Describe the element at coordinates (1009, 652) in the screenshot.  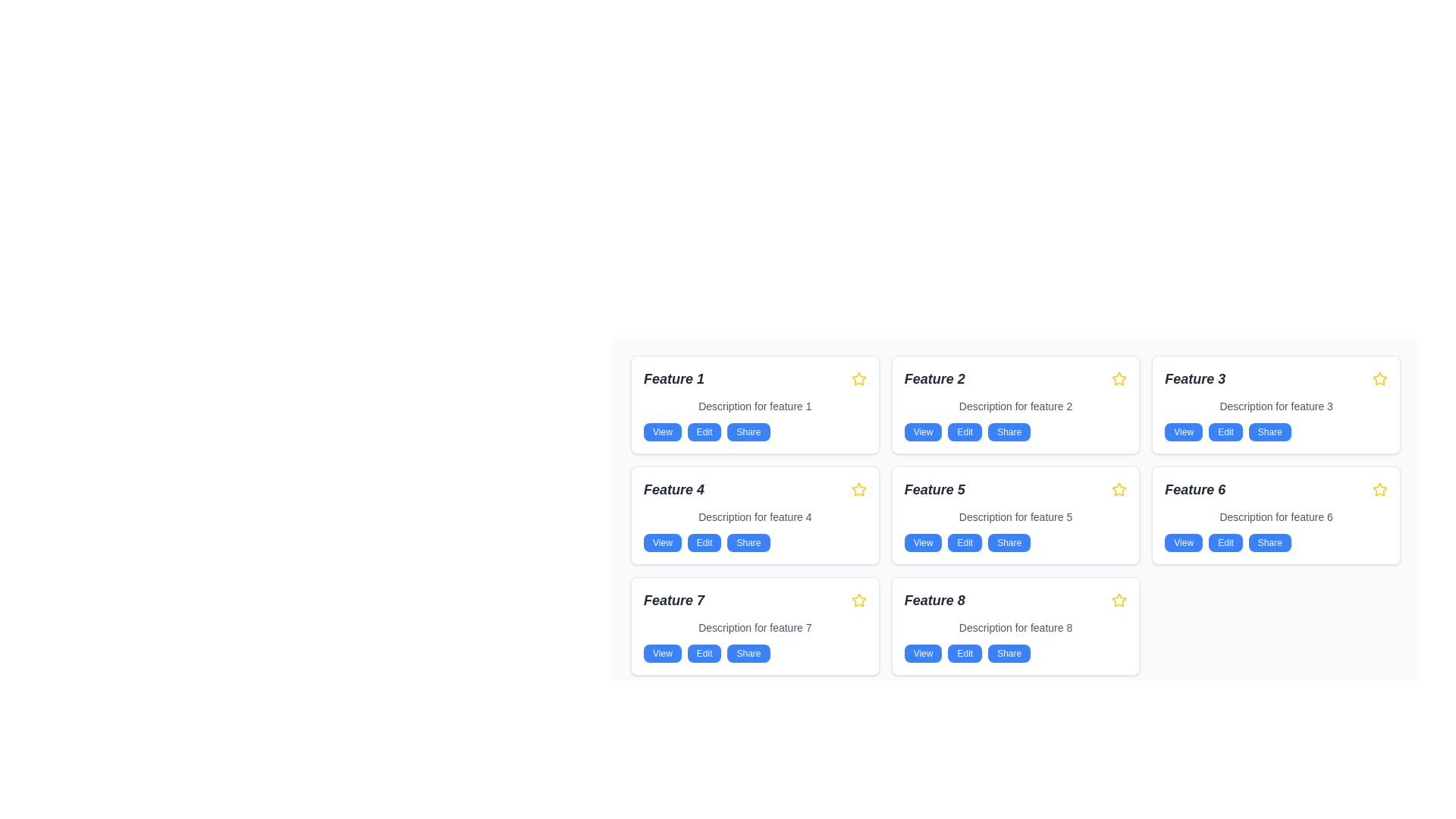
I see `the 'Share' button, a blue rectangular button with rounded corners located at the bottom-right of the card labeled 'Feature 8'` at that location.